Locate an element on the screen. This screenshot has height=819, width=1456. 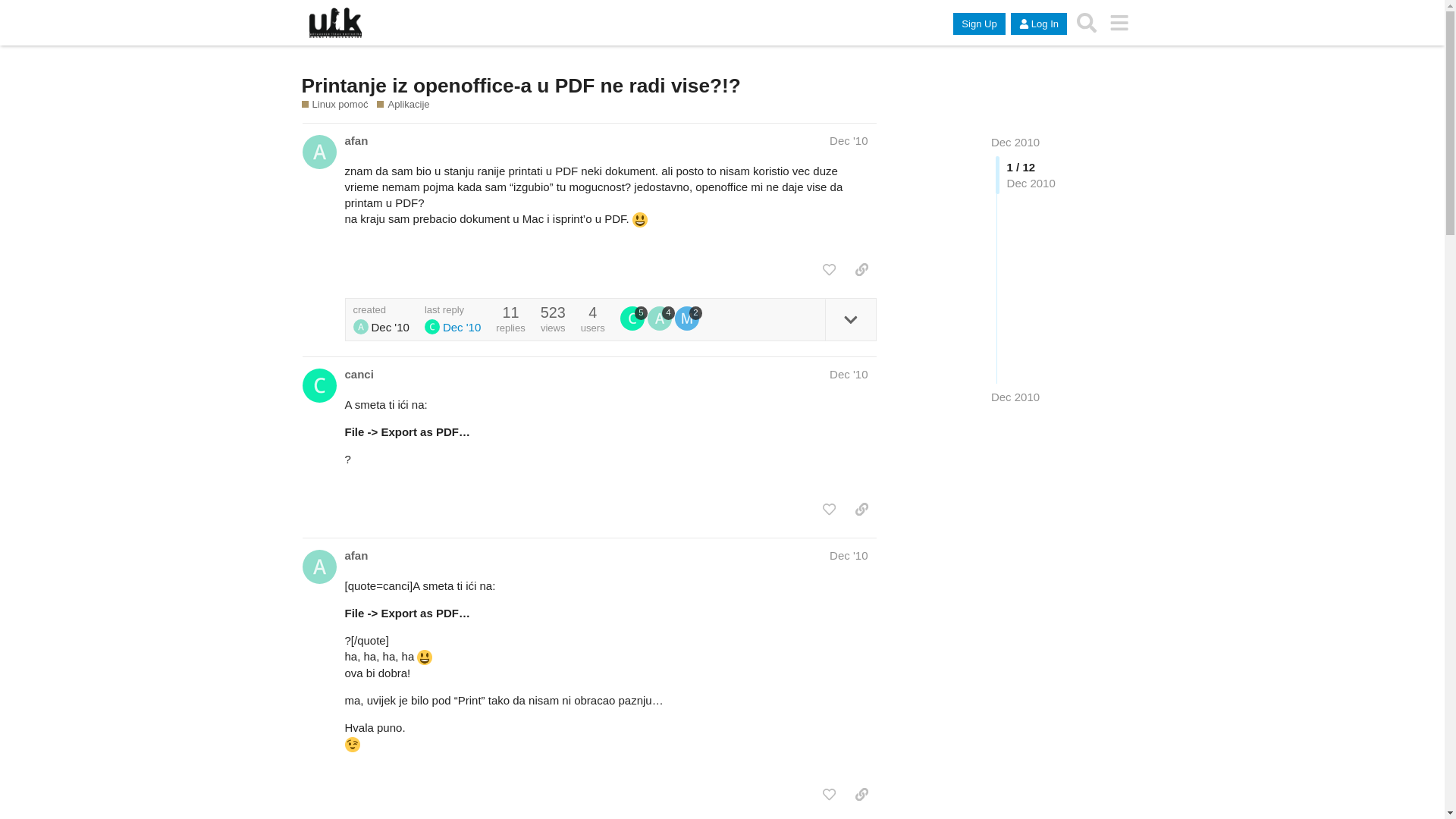
'share a link to this post' is located at coordinates (847, 268).